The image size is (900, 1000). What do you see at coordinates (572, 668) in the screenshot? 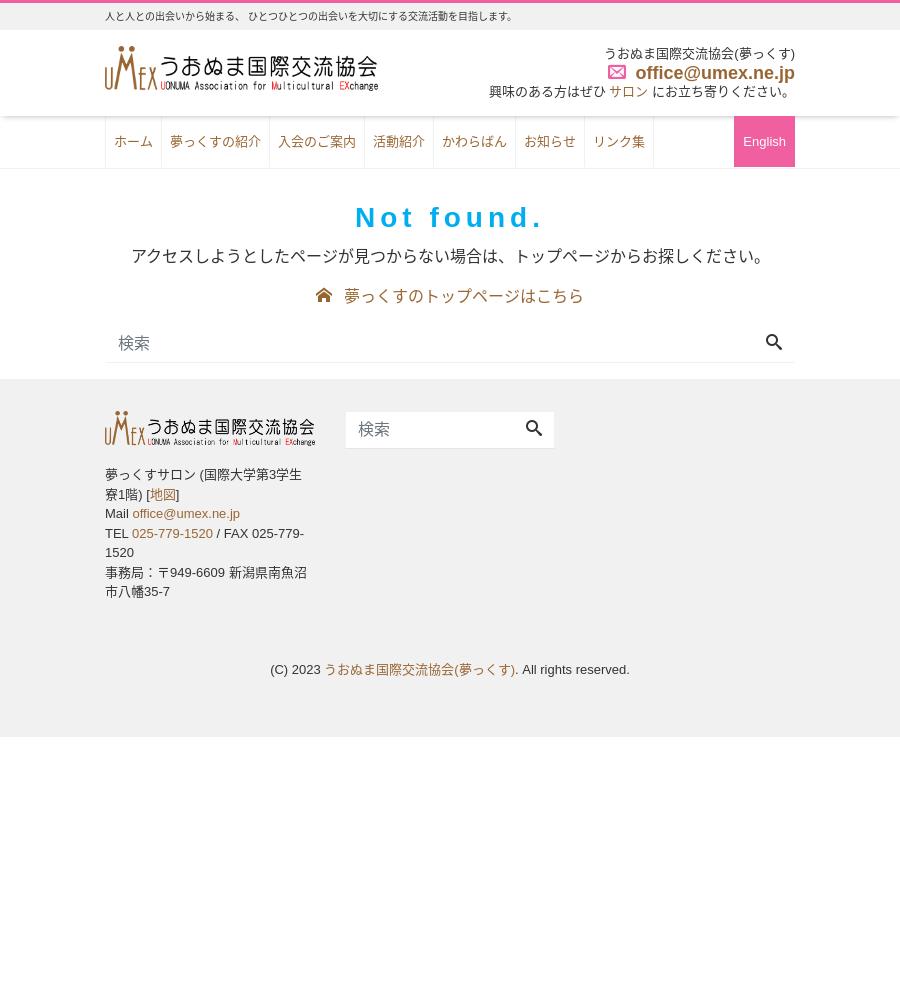
I see `'. All rights reserved.'` at bounding box center [572, 668].